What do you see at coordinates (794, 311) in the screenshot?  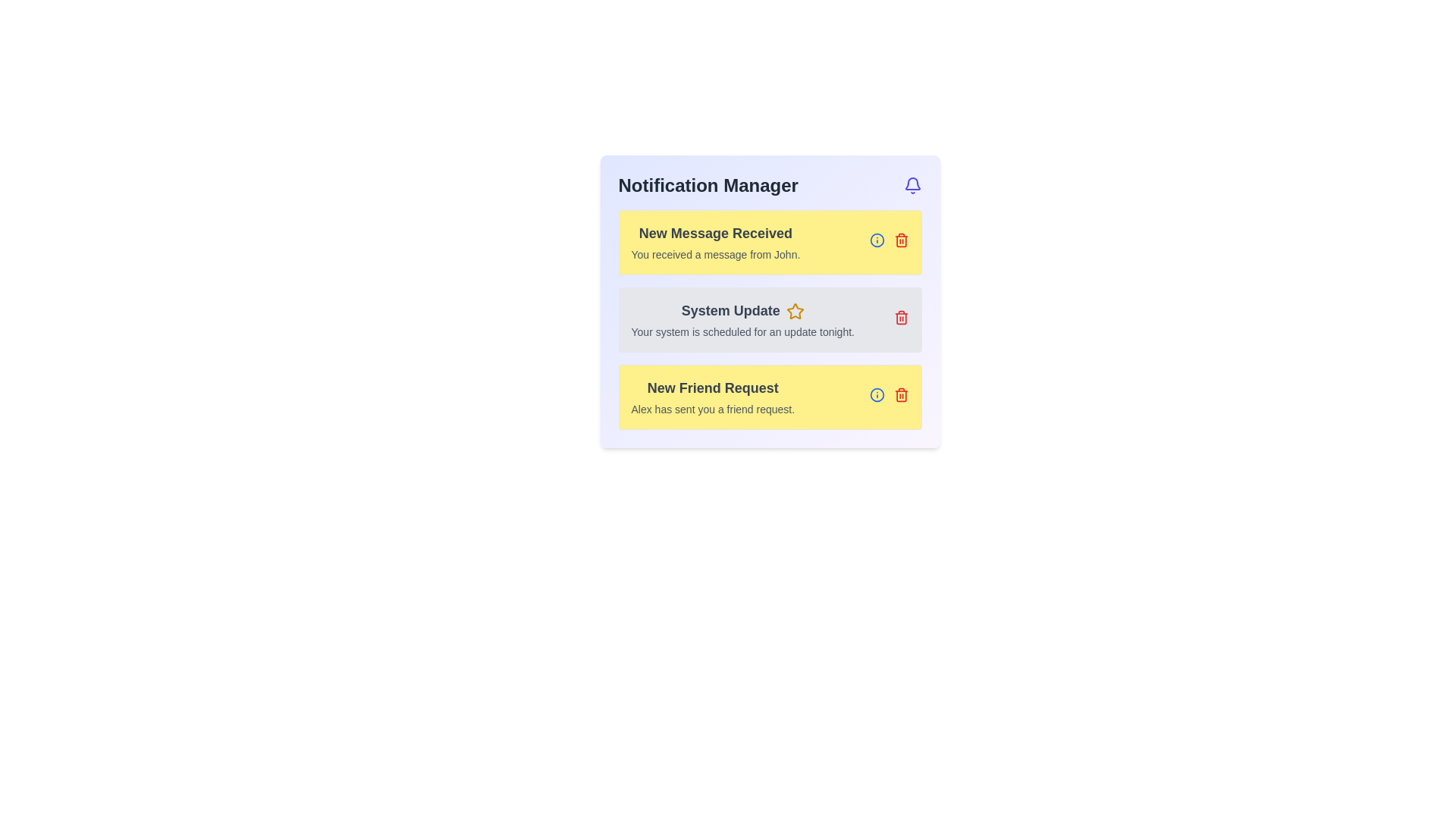 I see `the star-shaped yellow icon located to the right of the 'System Update' text in the middle notification element of the notification interface` at bounding box center [794, 311].